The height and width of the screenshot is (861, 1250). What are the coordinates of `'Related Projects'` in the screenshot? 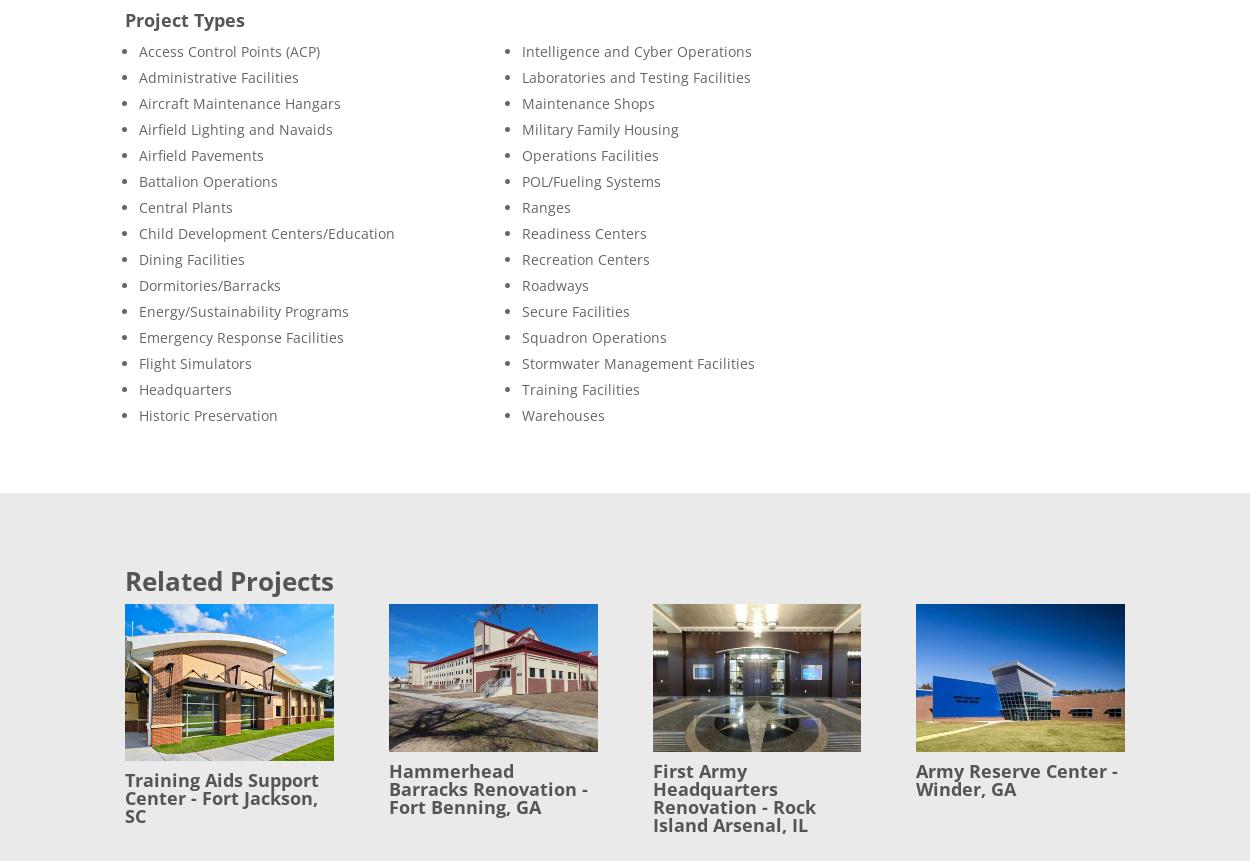 It's located at (228, 580).